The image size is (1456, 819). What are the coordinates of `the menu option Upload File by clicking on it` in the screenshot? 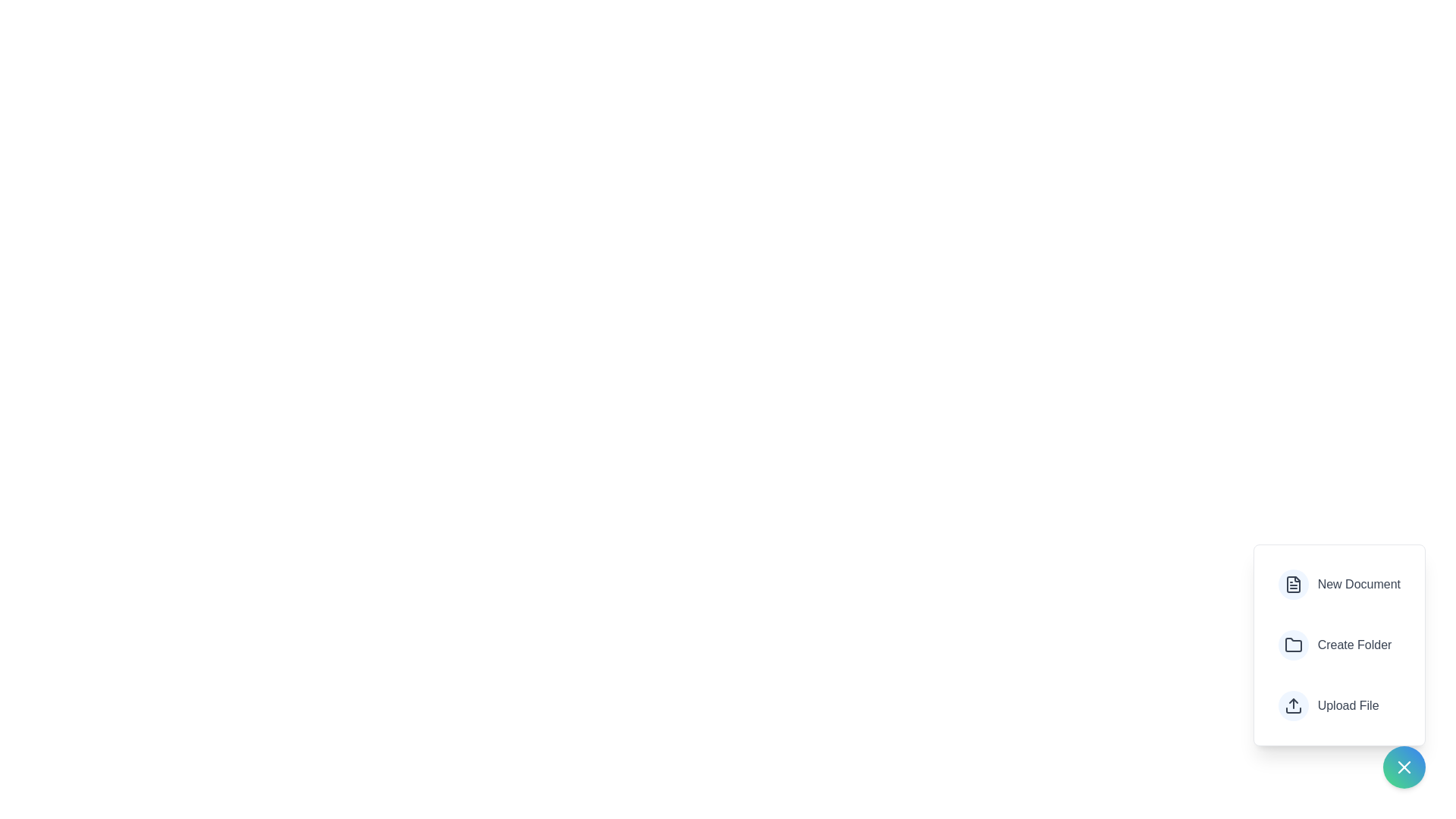 It's located at (1328, 705).